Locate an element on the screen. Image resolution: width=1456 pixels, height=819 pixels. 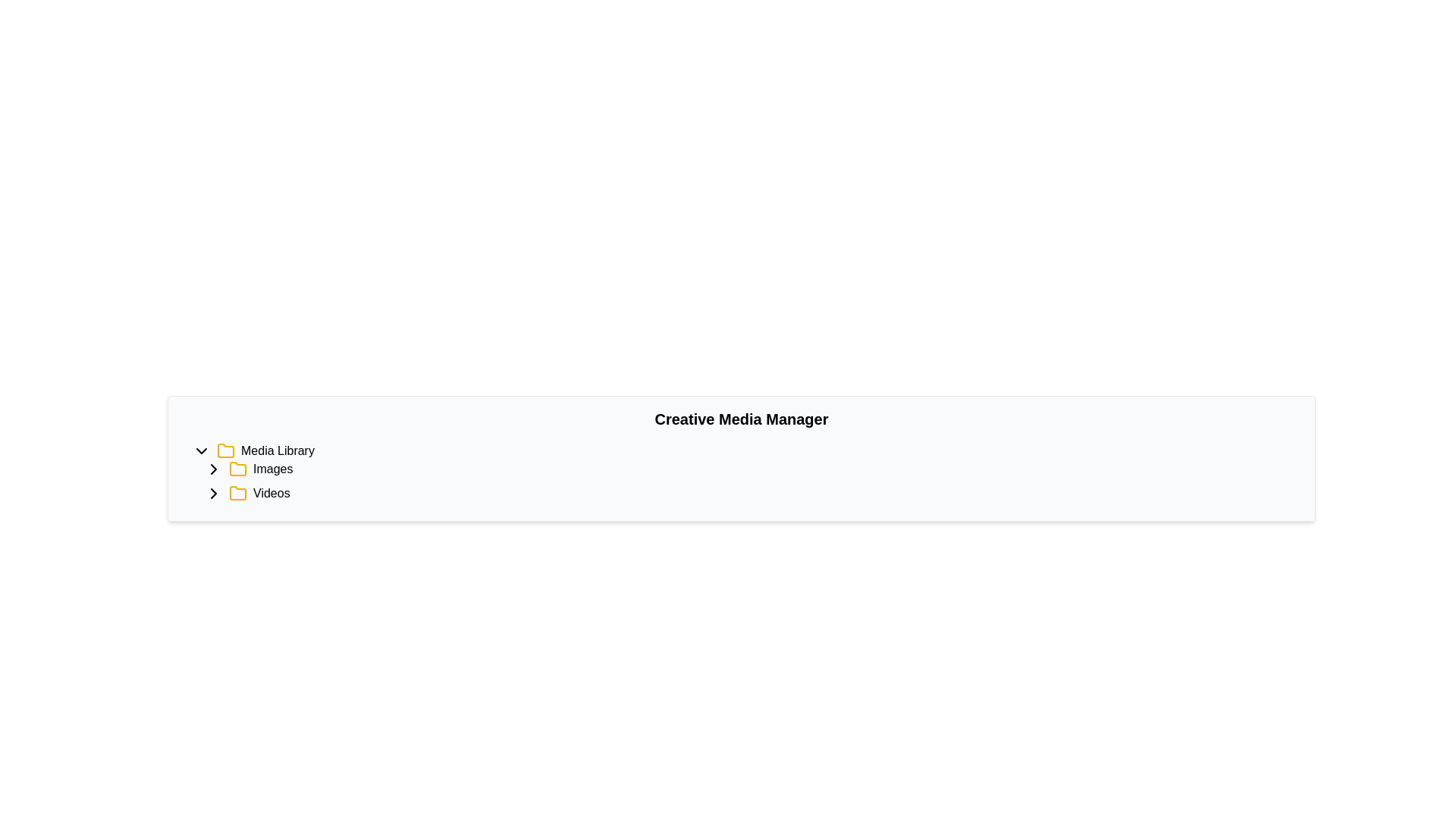
the folder icon representing the 'Images' category in the Media Library section of the file browser interface is located at coordinates (237, 467).